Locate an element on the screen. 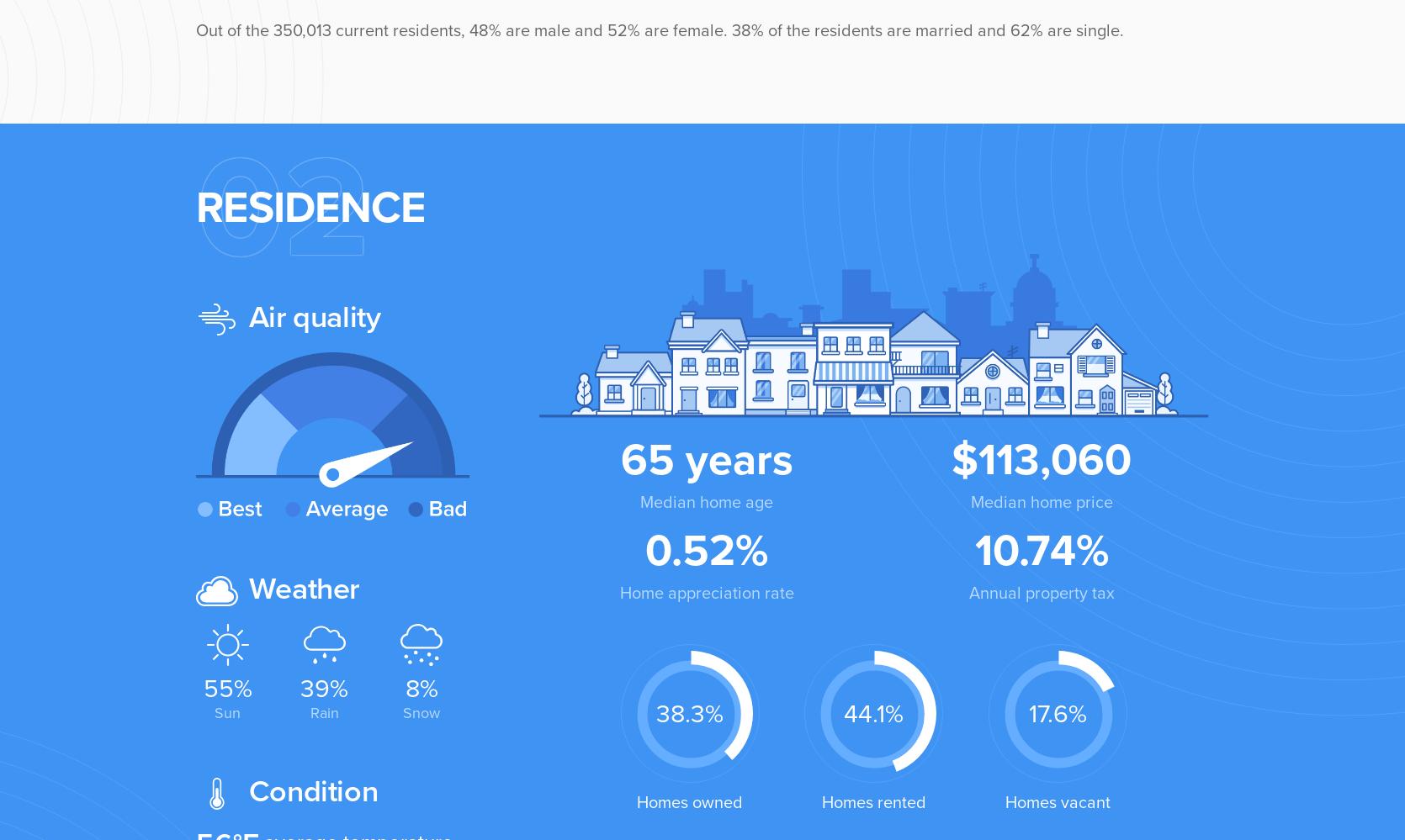 The width and height of the screenshot is (1405, 840). 'Weather' is located at coordinates (300, 589).